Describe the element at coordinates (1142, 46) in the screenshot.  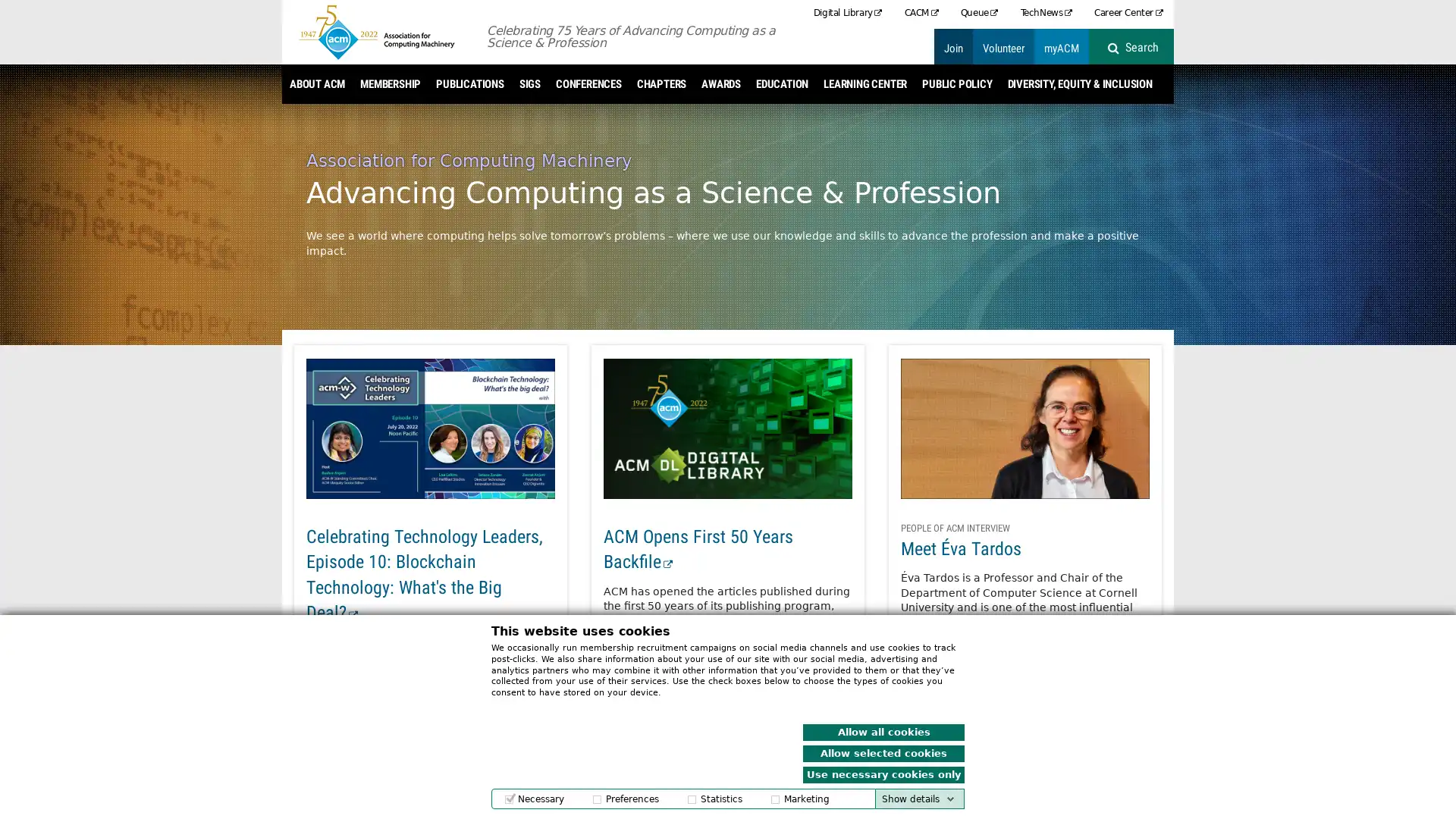
I see `Search Submit` at that location.